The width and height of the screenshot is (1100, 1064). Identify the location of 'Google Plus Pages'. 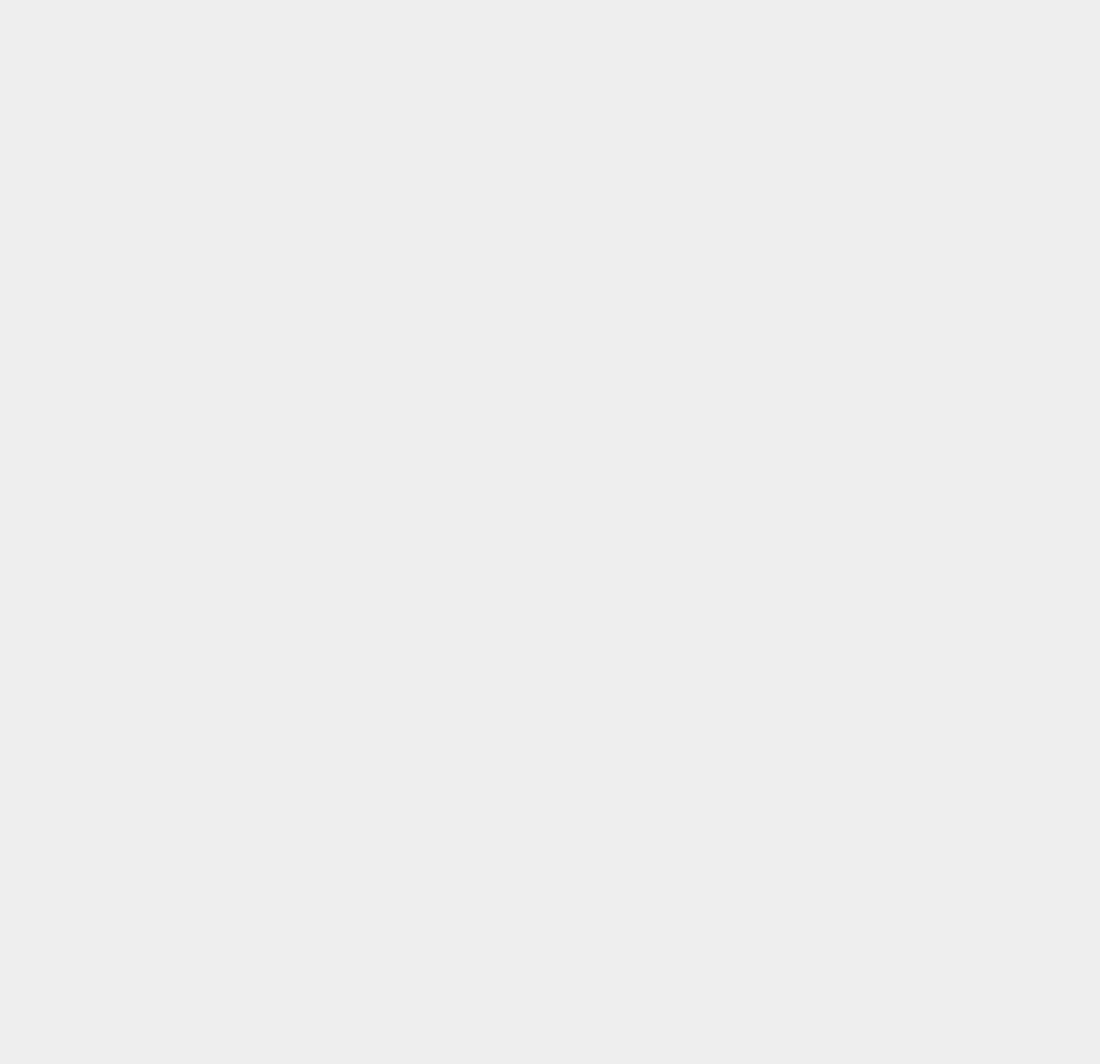
(778, 71).